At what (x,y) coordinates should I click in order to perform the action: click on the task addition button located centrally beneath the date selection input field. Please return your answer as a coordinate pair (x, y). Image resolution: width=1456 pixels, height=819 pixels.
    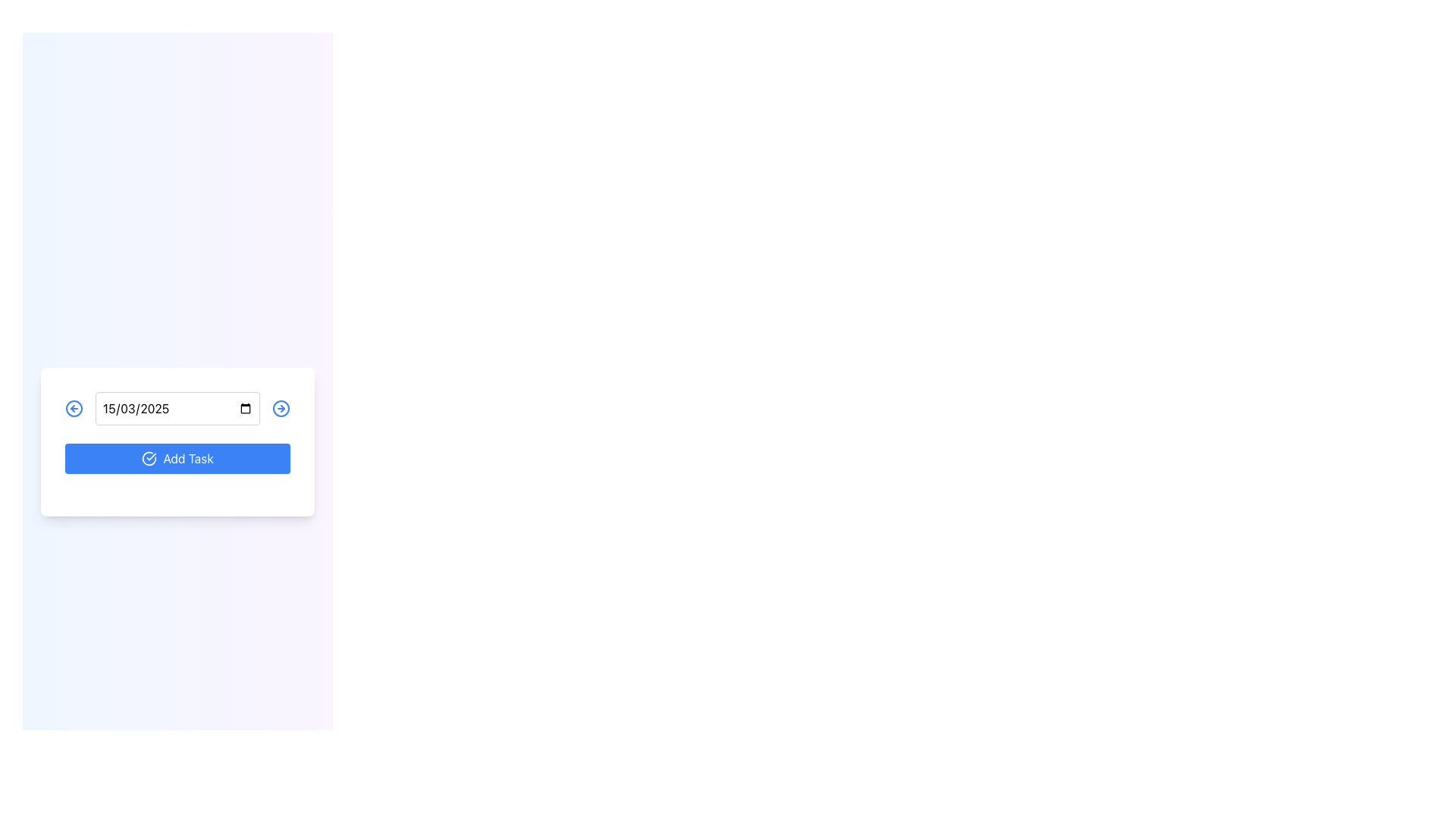
    Looking at the image, I should click on (177, 441).